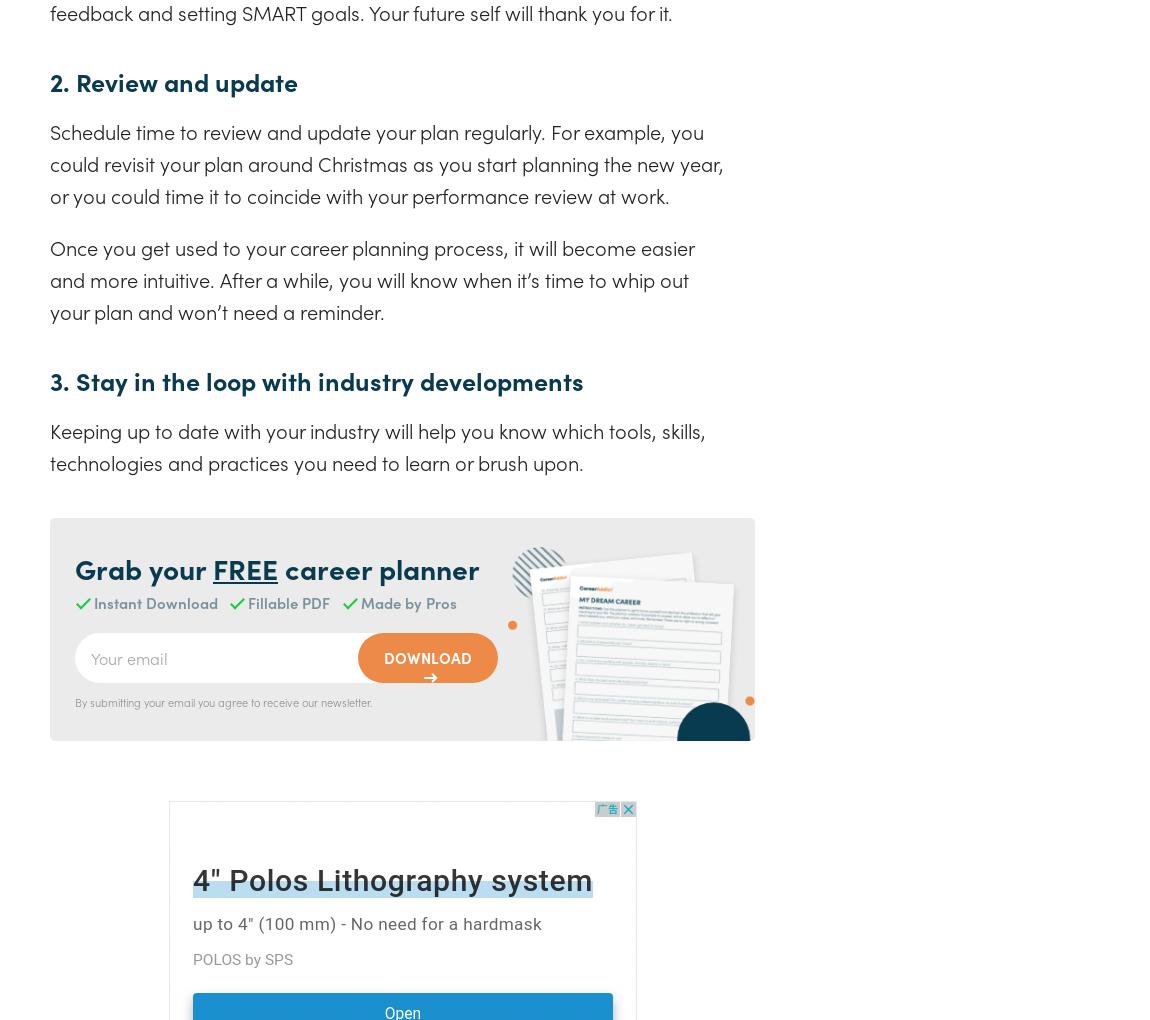 The width and height of the screenshot is (1150, 1020). Describe the element at coordinates (223, 700) in the screenshot. I see `'By submitting your email you agree to receive our newsletter.'` at that location.